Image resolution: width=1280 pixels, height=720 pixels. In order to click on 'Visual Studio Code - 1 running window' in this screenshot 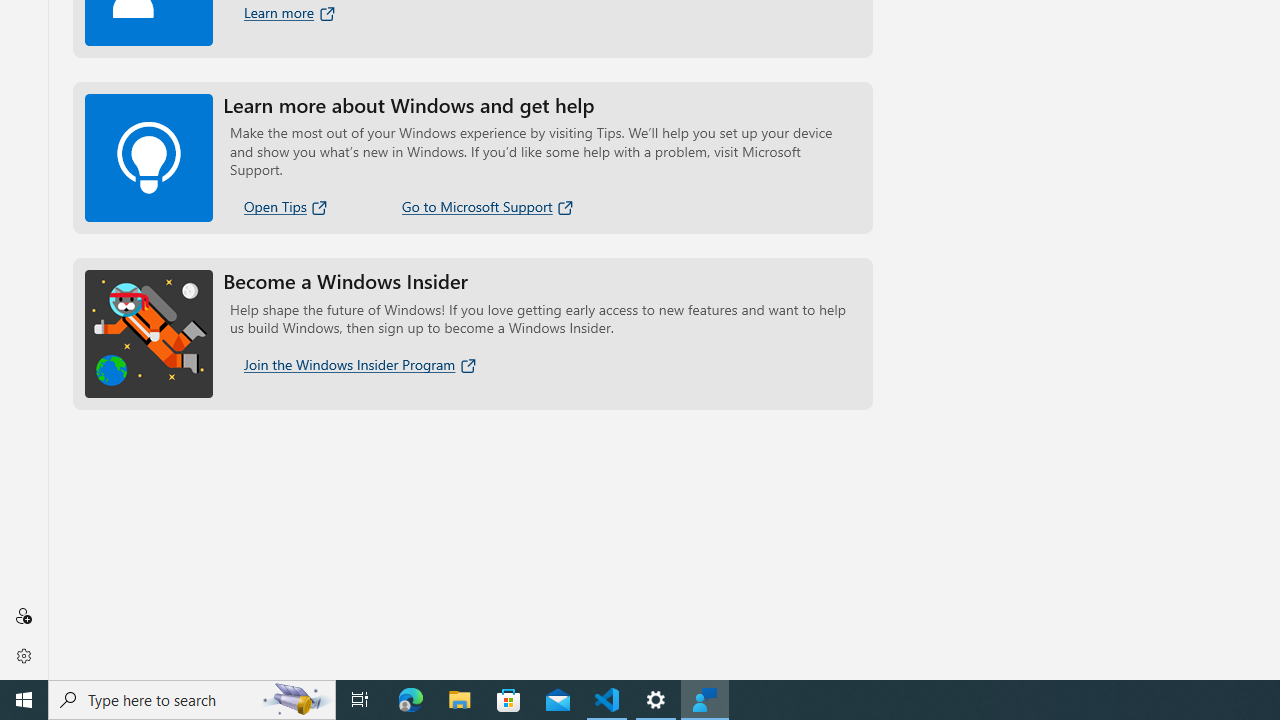, I will do `click(606, 698)`.